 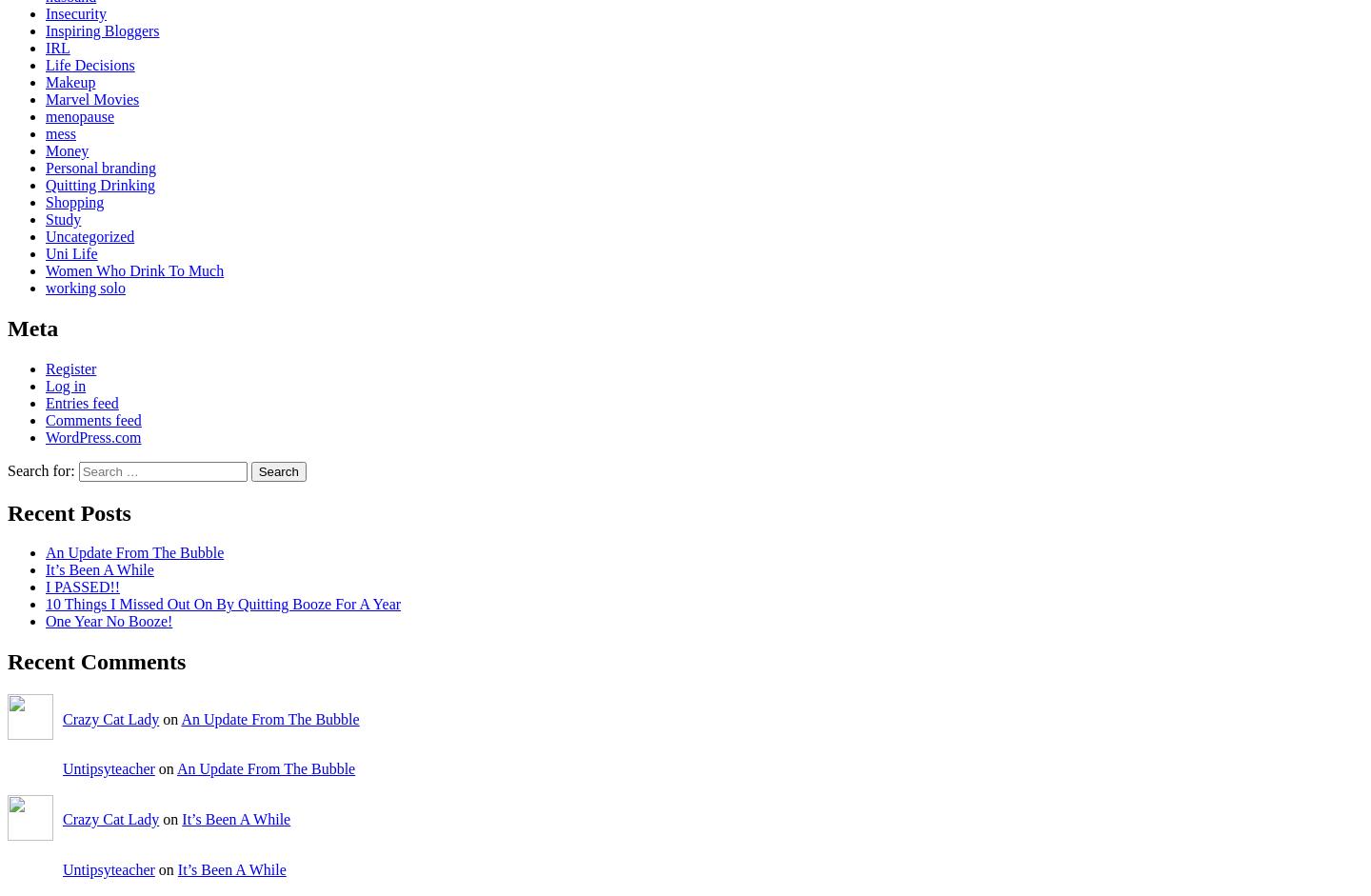 What do you see at coordinates (89, 63) in the screenshot?
I see `'Life Decisions'` at bounding box center [89, 63].